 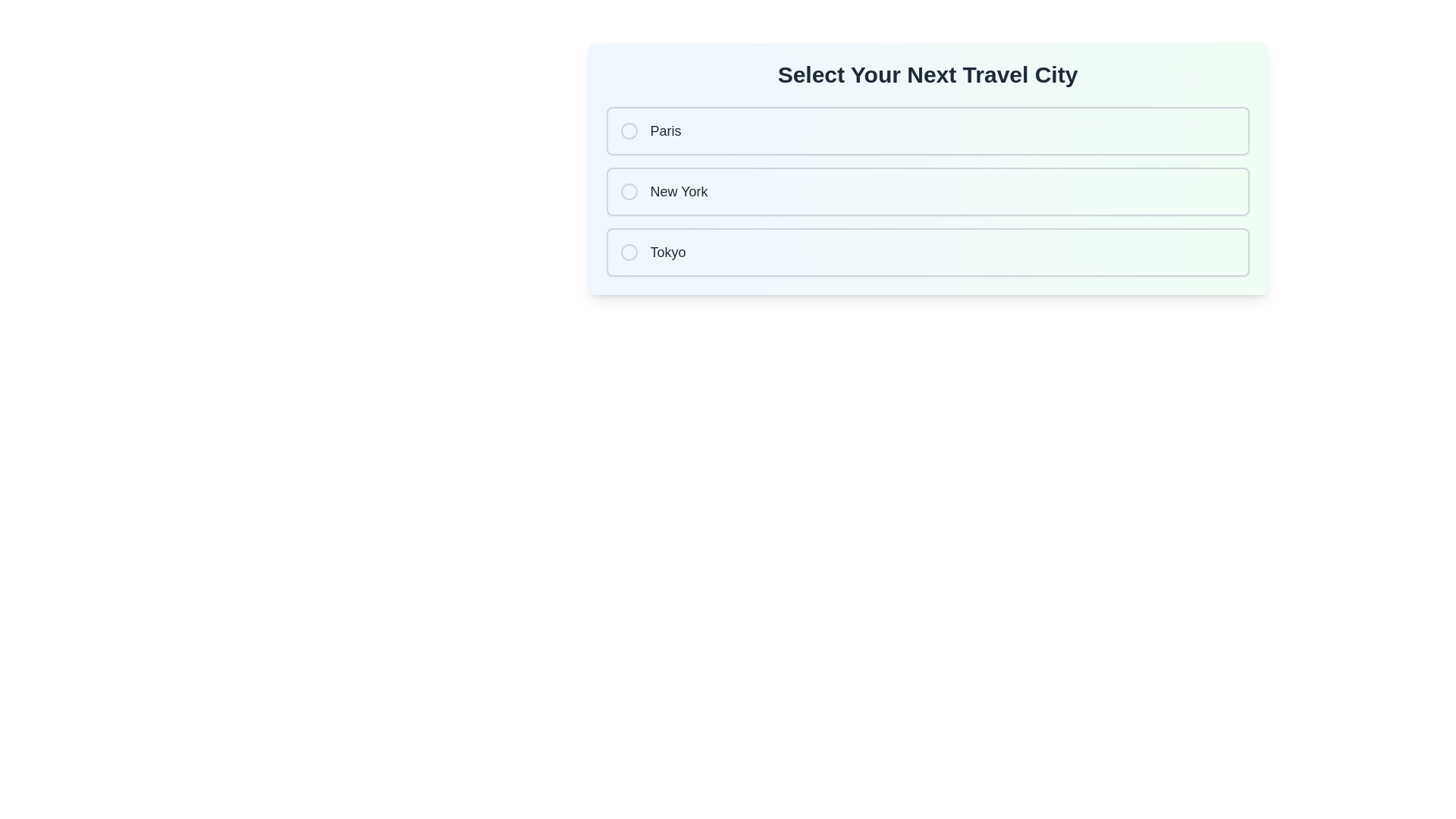 What do you see at coordinates (629, 191) in the screenshot?
I see `the circular radio button with a light gray outline` at bounding box center [629, 191].